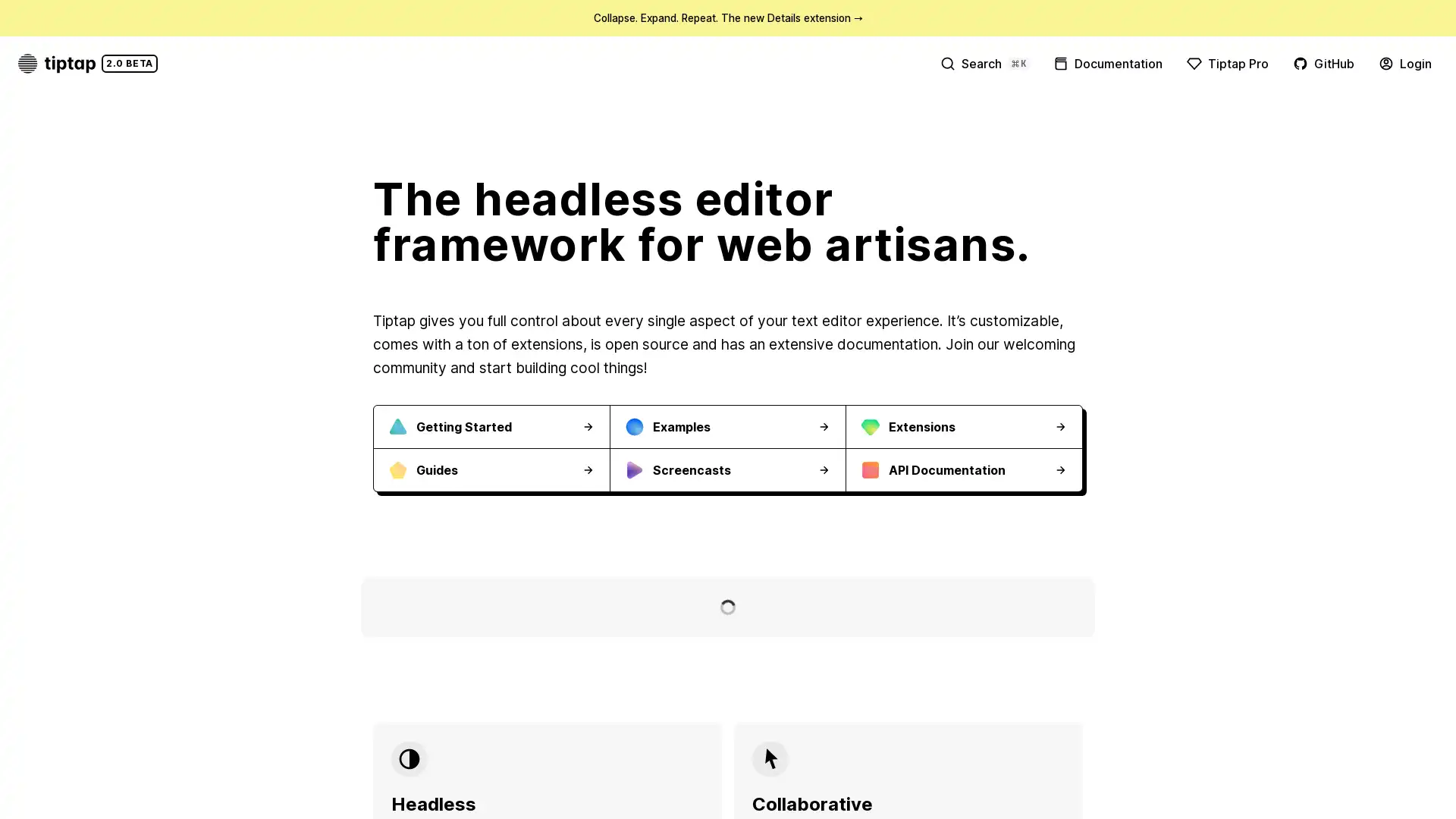  I want to click on Search, so click(984, 62).